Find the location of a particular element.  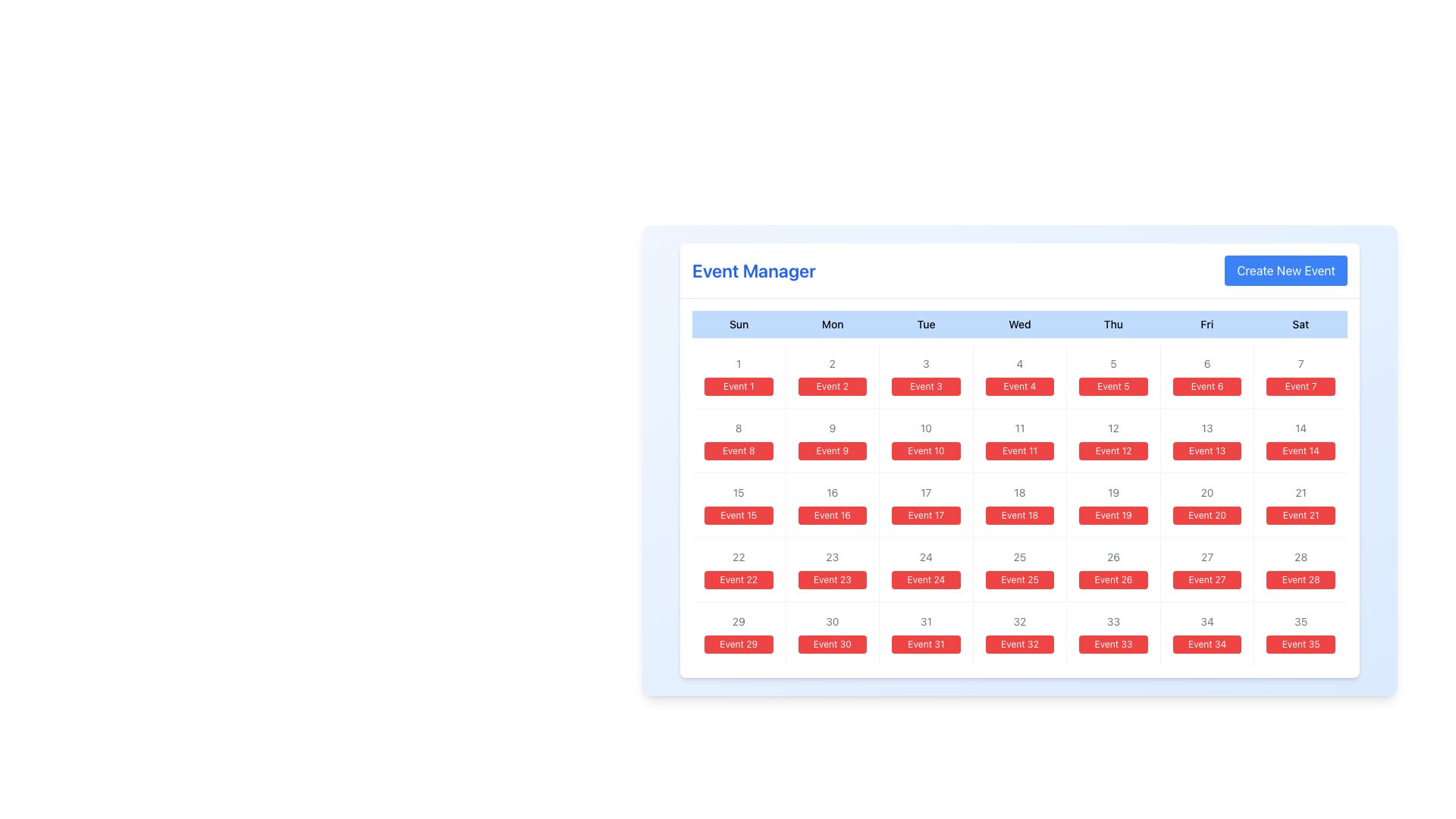

the Text Label displaying the number '5' in gray font, located above the button labeled 'Event 5' in the calendar cell for Thursday is located at coordinates (1113, 363).